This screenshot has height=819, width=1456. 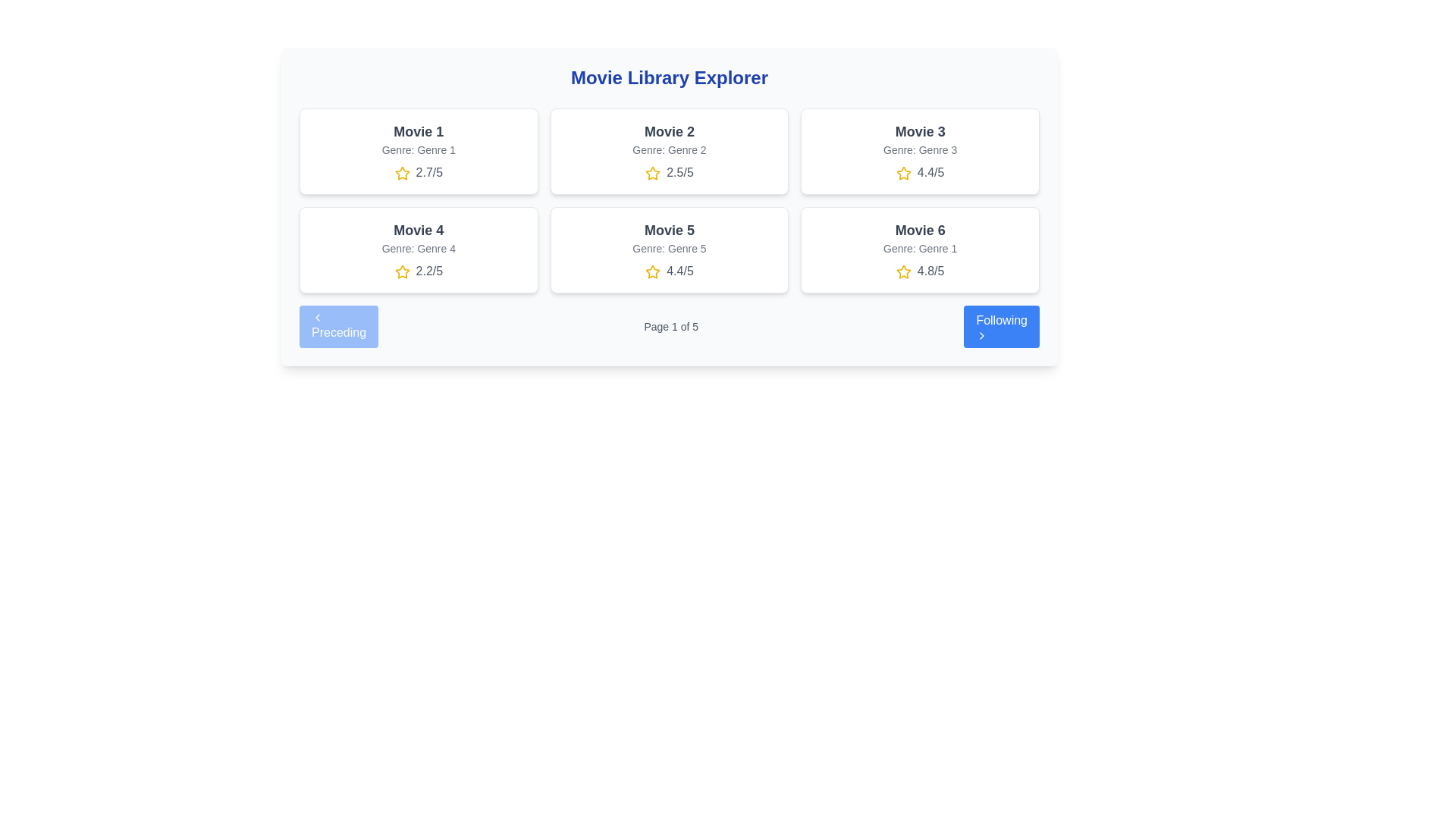 What do you see at coordinates (1002, 326) in the screenshot?
I see `the 'Following' button with rounded corners and a blue background located at the bottom-right corner of the interface` at bounding box center [1002, 326].